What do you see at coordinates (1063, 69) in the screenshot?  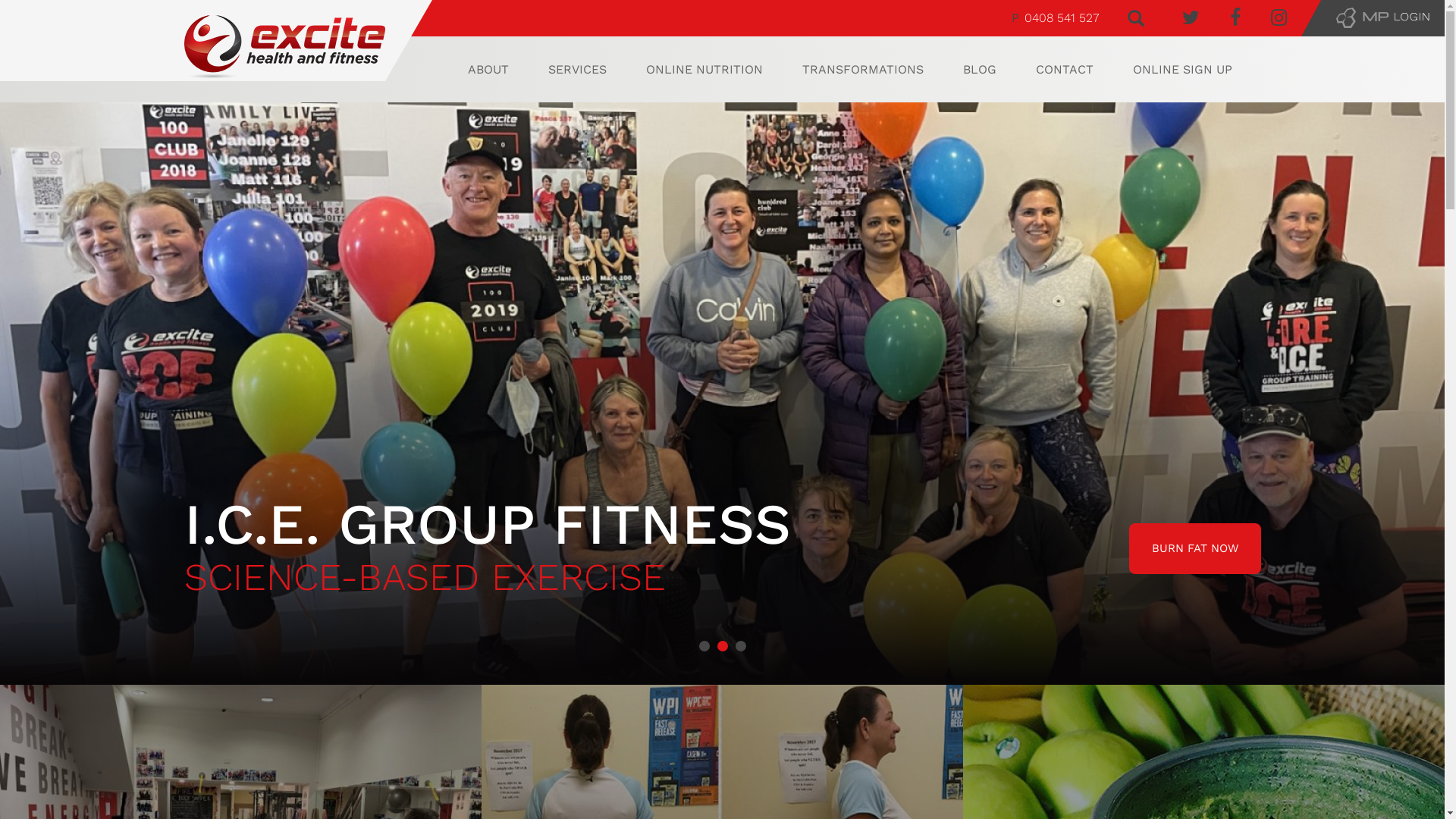 I see `'CONTACT'` at bounding box center [1063, 69].